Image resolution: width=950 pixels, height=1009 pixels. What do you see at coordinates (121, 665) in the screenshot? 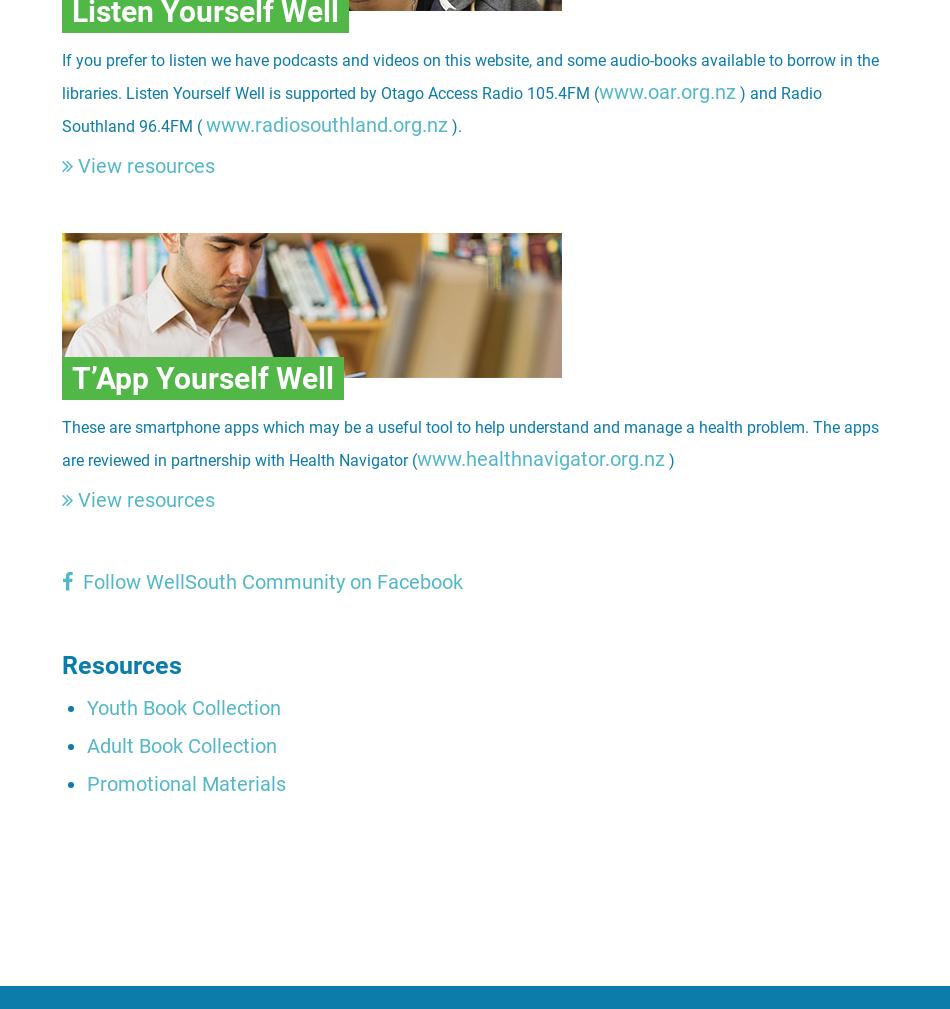
I see `'Resources'` at bounding box center [121, 665].